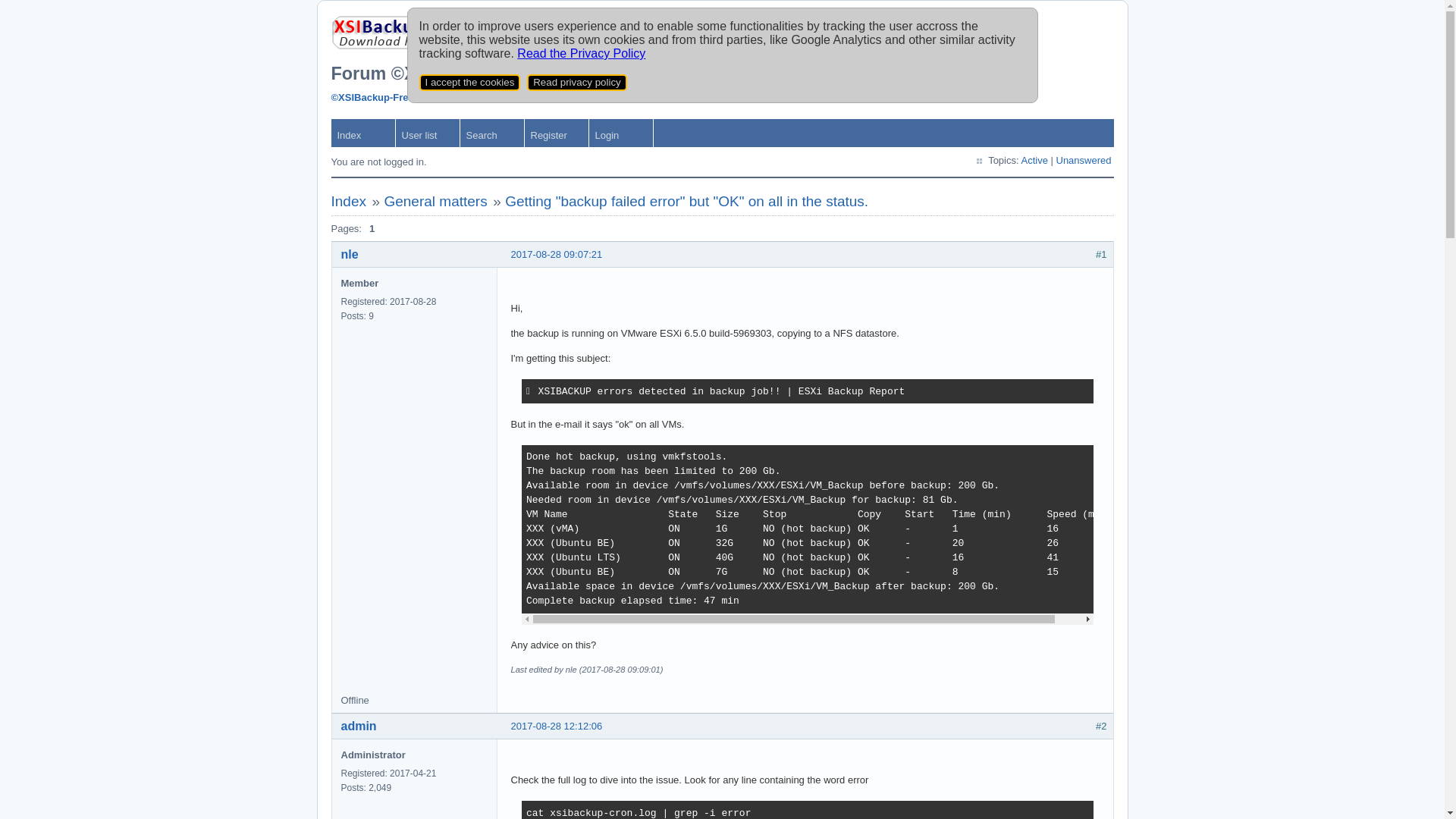  Describe the element at coordinates (556, 725) in the screenshot. I see `'2017-08-28 12:12:06'` at that location.